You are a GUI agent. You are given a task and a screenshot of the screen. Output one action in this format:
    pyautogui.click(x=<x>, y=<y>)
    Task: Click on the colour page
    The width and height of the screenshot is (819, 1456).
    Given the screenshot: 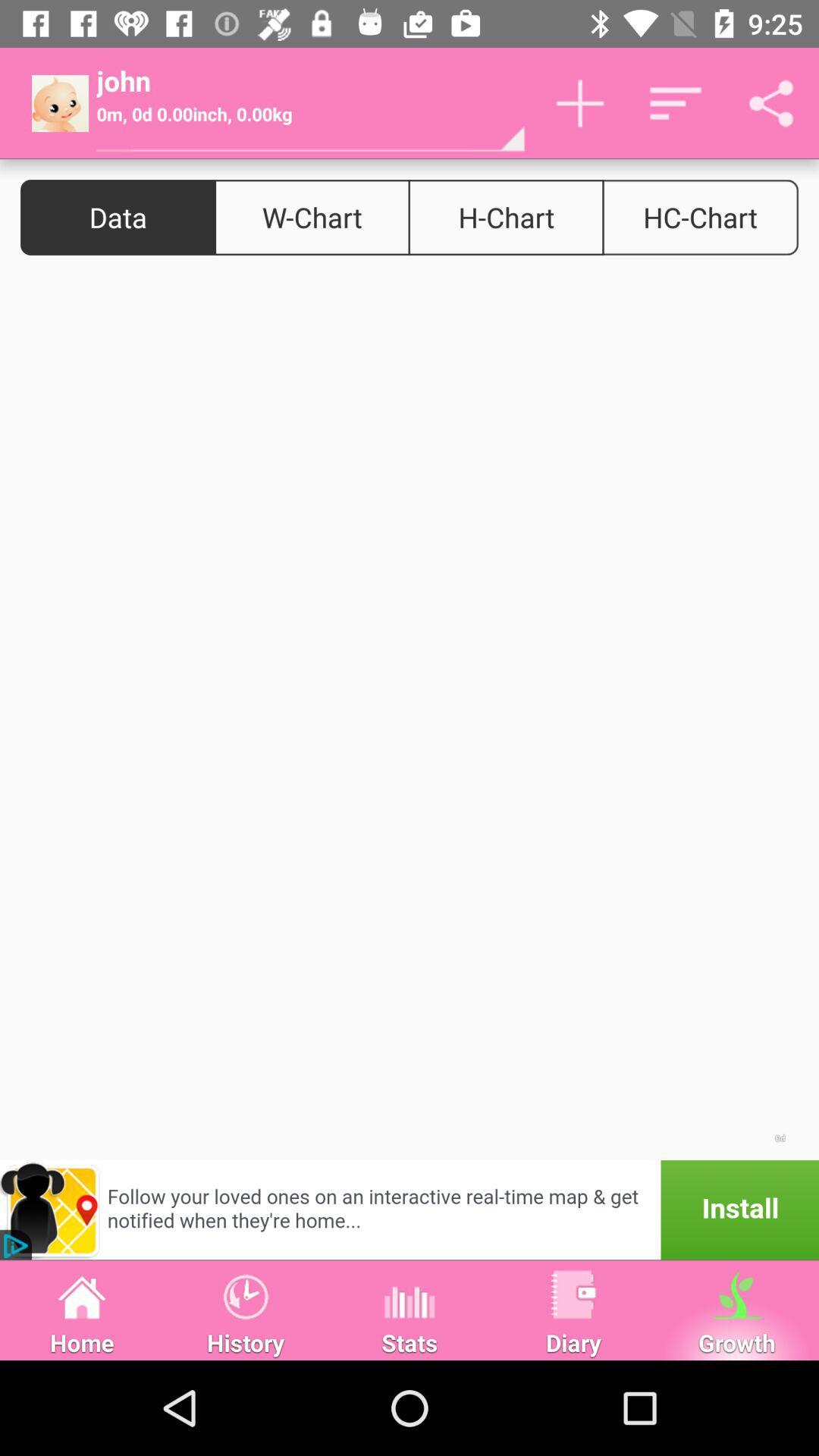 What is the action you would take?
    pyautogui.click(x=409, y=717)
    